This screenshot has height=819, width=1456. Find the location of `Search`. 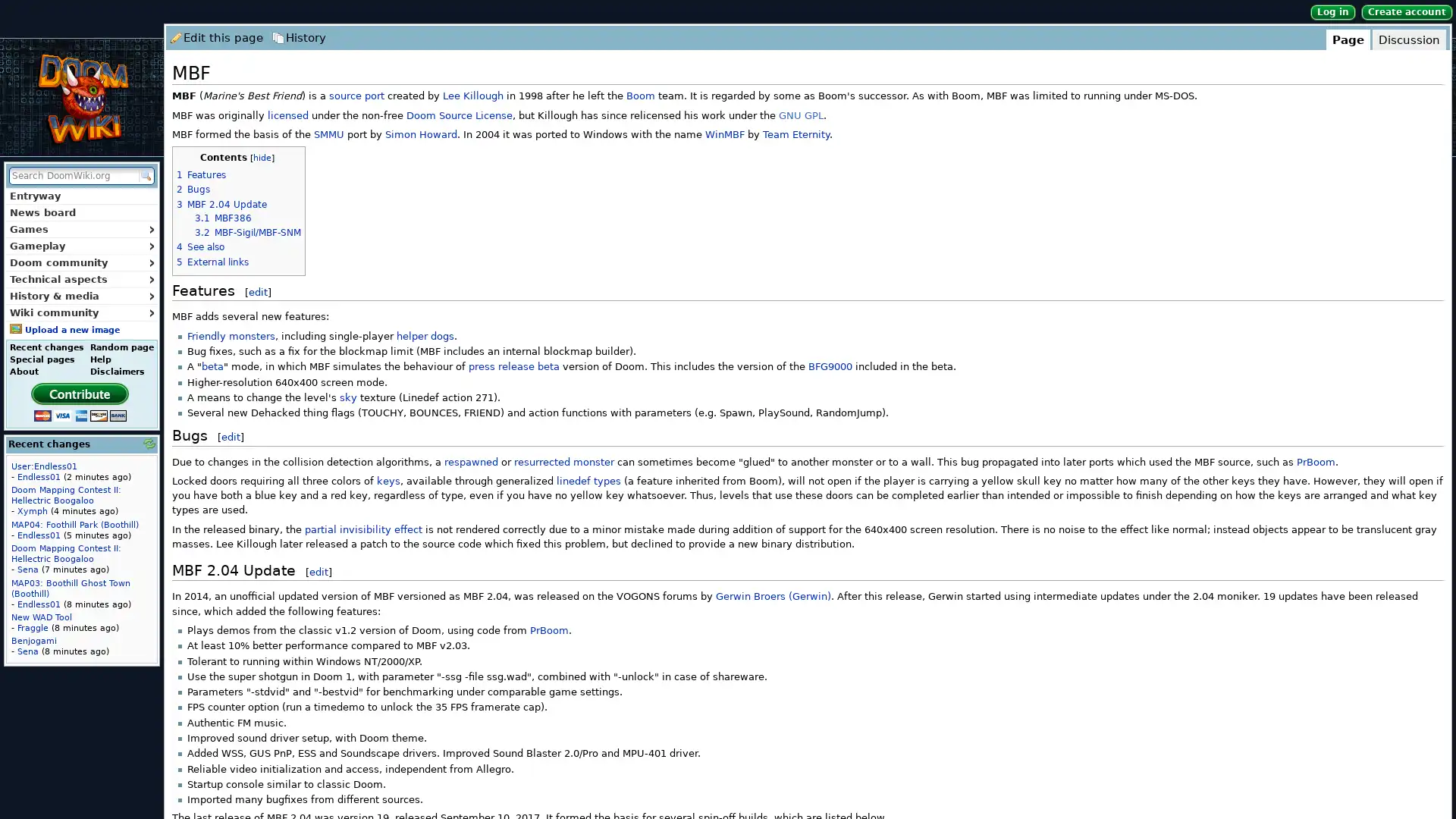

Search is located at coordinates (145, 174).